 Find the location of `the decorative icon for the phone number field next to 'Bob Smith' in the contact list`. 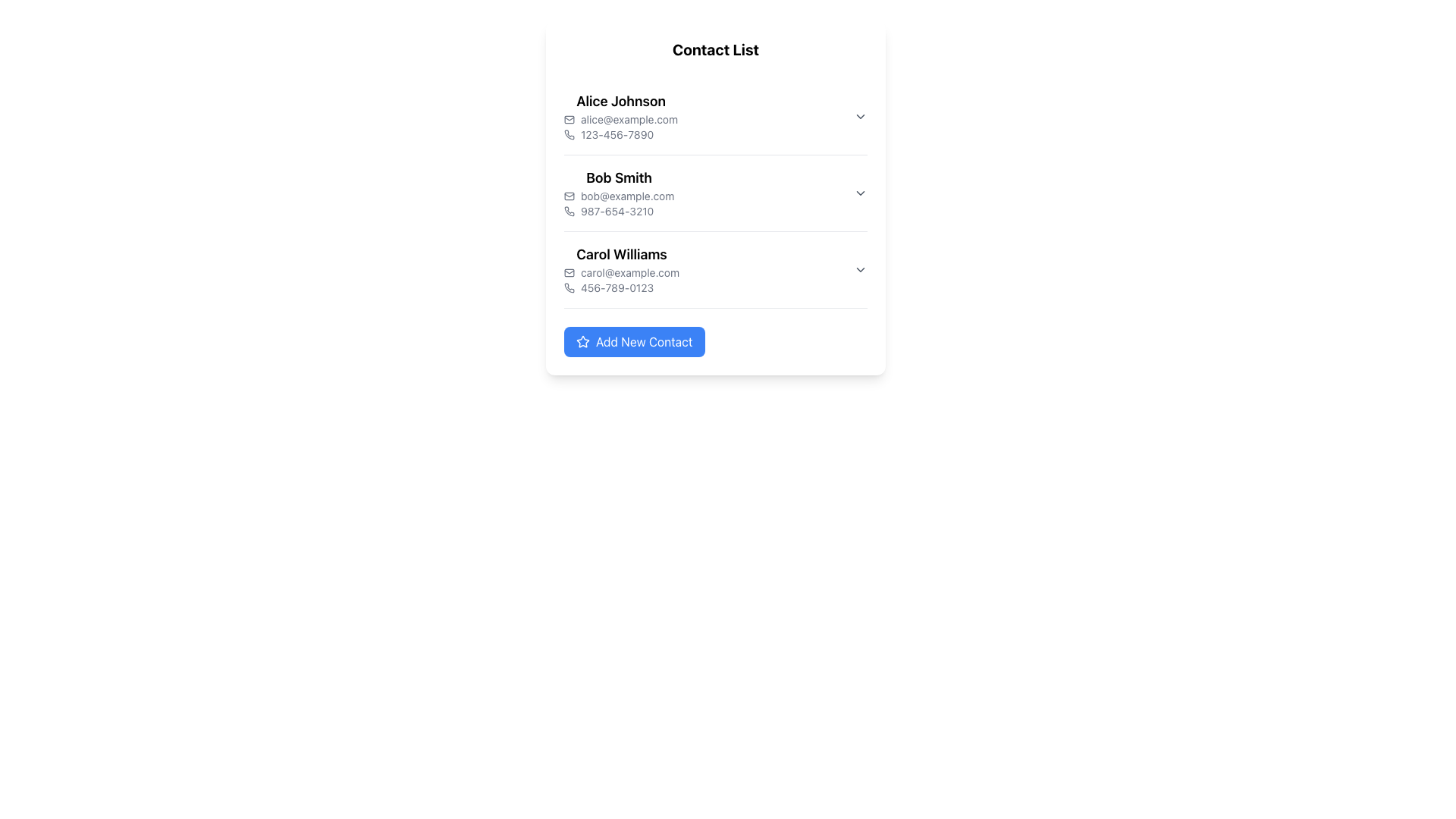

the decorative icon for the phone number field next to 'Bob Smith' in the contact list is located at coordinates (569, 211).